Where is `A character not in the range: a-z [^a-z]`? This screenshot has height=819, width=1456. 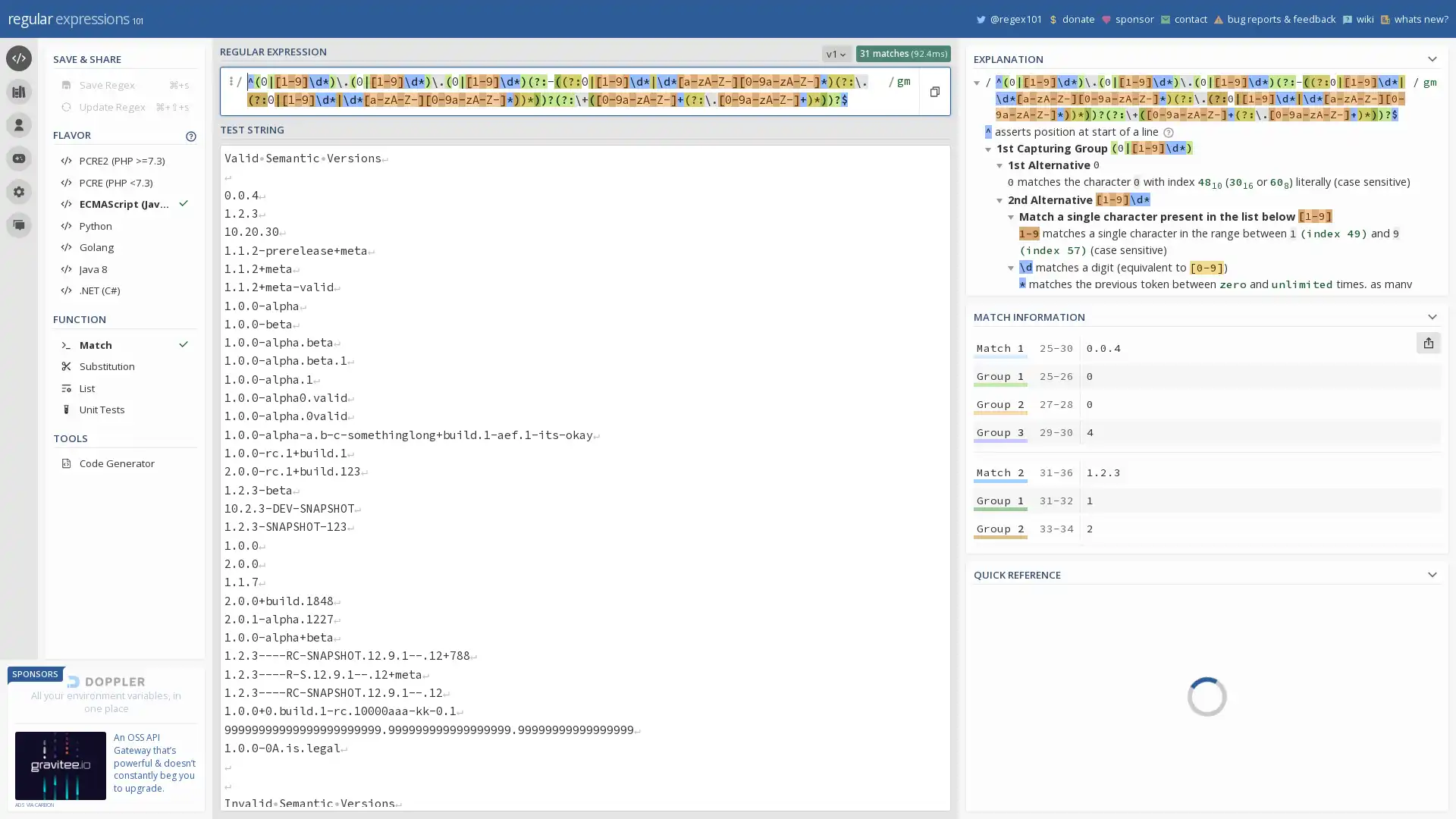
A character not in the range: a-z [^a-z] is located at coordinates (1282, 664).